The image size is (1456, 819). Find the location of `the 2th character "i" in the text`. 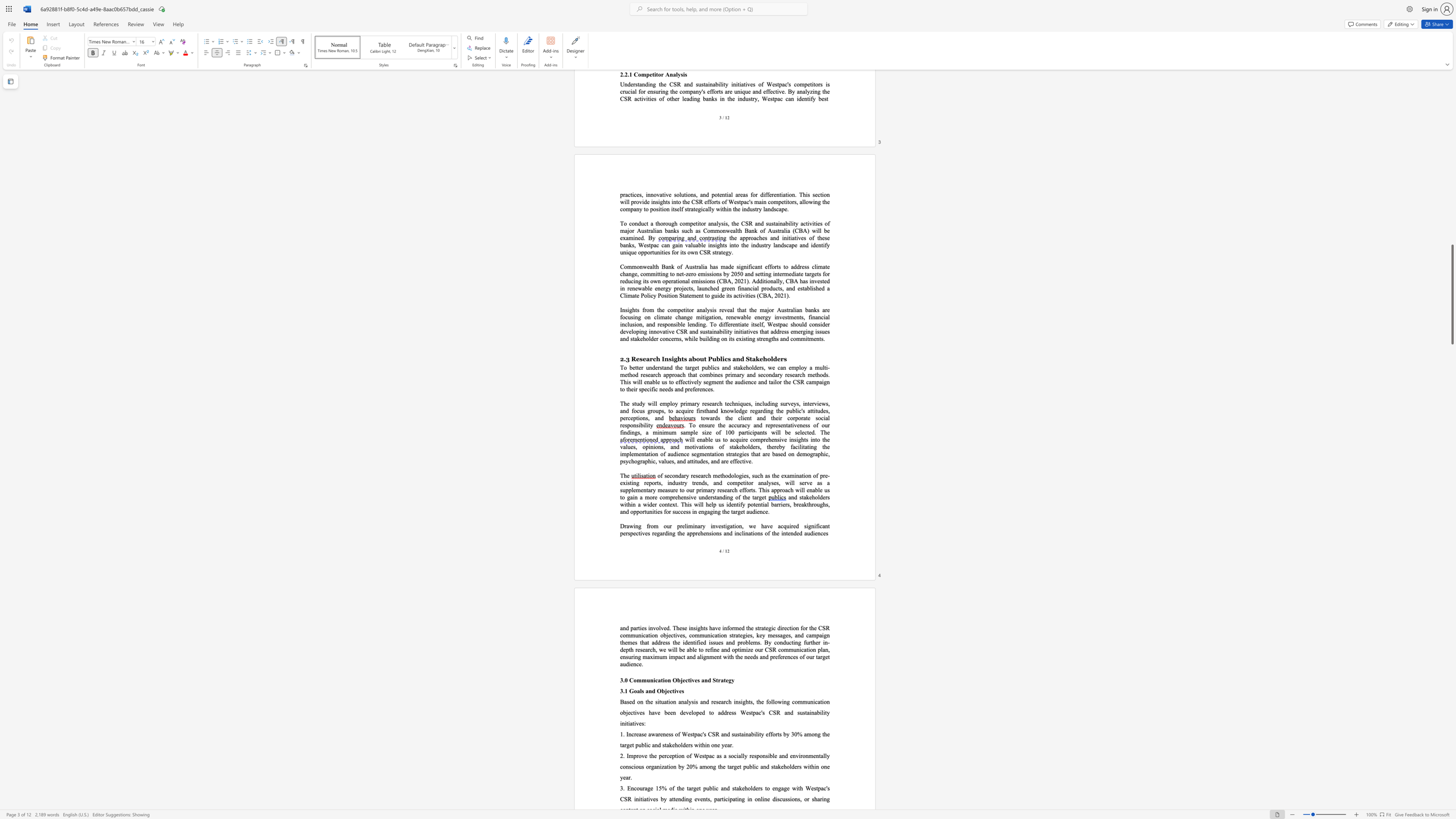

the 2th character "i" in the text is located at coordinates (815, 526).